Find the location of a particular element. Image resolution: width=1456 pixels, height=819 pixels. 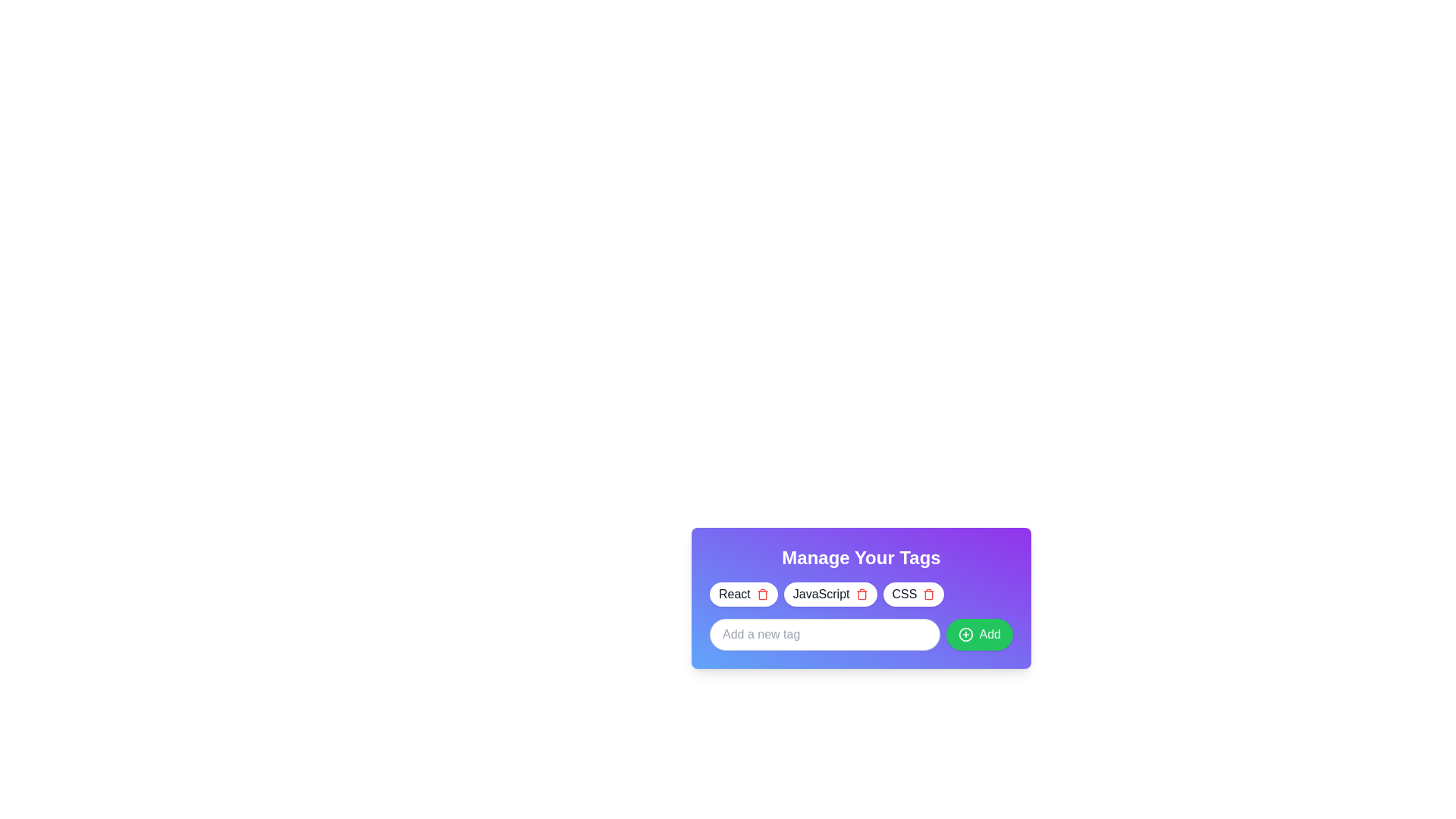

the delete icon associated with the 'JavaScript' tag, which is a pill-shaped button with dark gray text on a white background, located in the 'Manage Your Tags' section is located at coordinates (830, 593).